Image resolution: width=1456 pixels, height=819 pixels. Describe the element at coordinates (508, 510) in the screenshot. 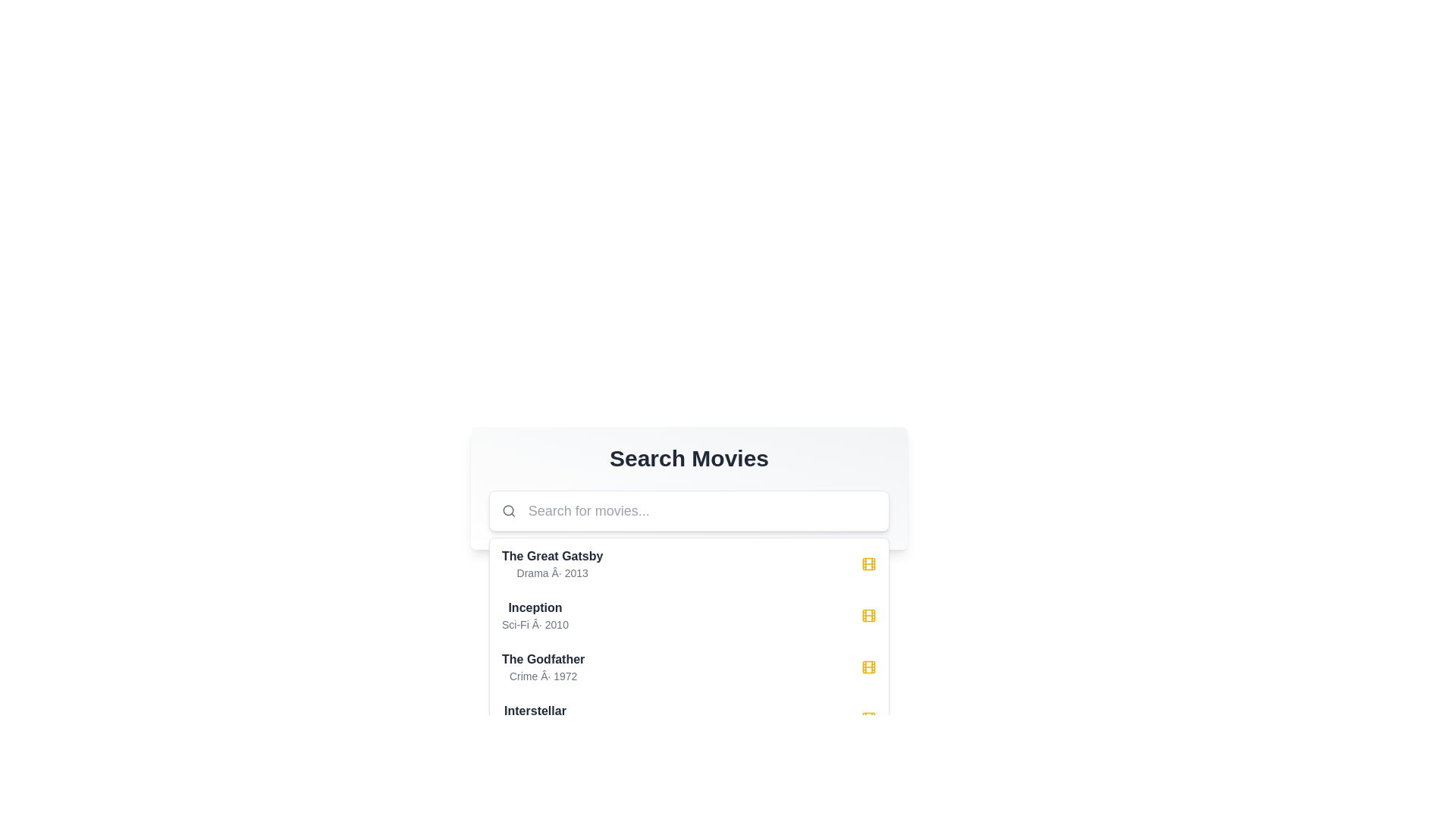

I see `the search field by clicking on the decorative circle icon that represents the magnifier's lens within the search icon, located centrally below the 'Search Movies' title` at that location.